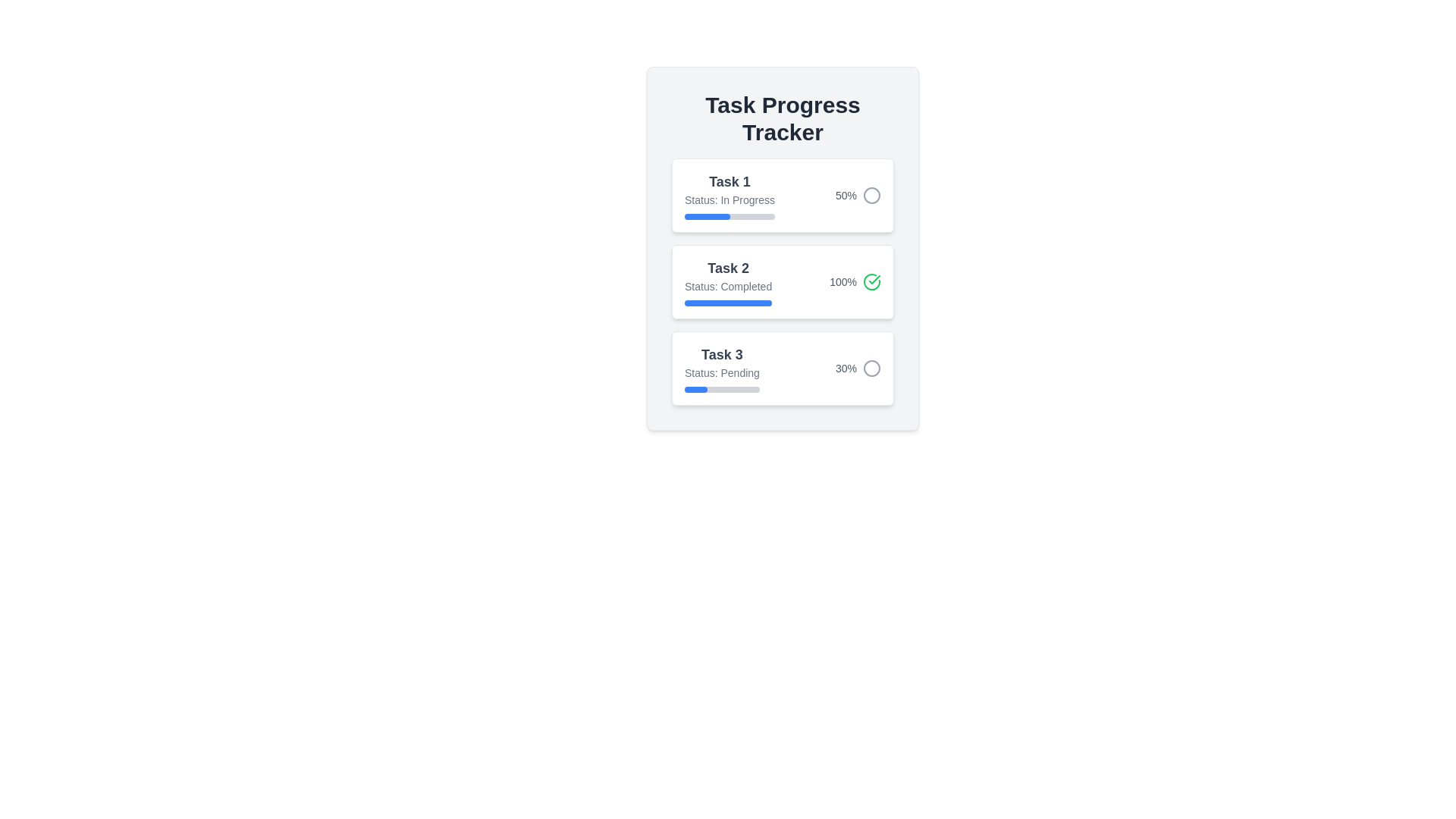 Image resolution: width=1456 pixels, height=819 pixels. Describe the element at coordinates (843, 281) in the screenshot. I see `the text component displaying '100%' located in the second task card ('Task 2'), positioned to the left of a green checkmark icon` at that location.